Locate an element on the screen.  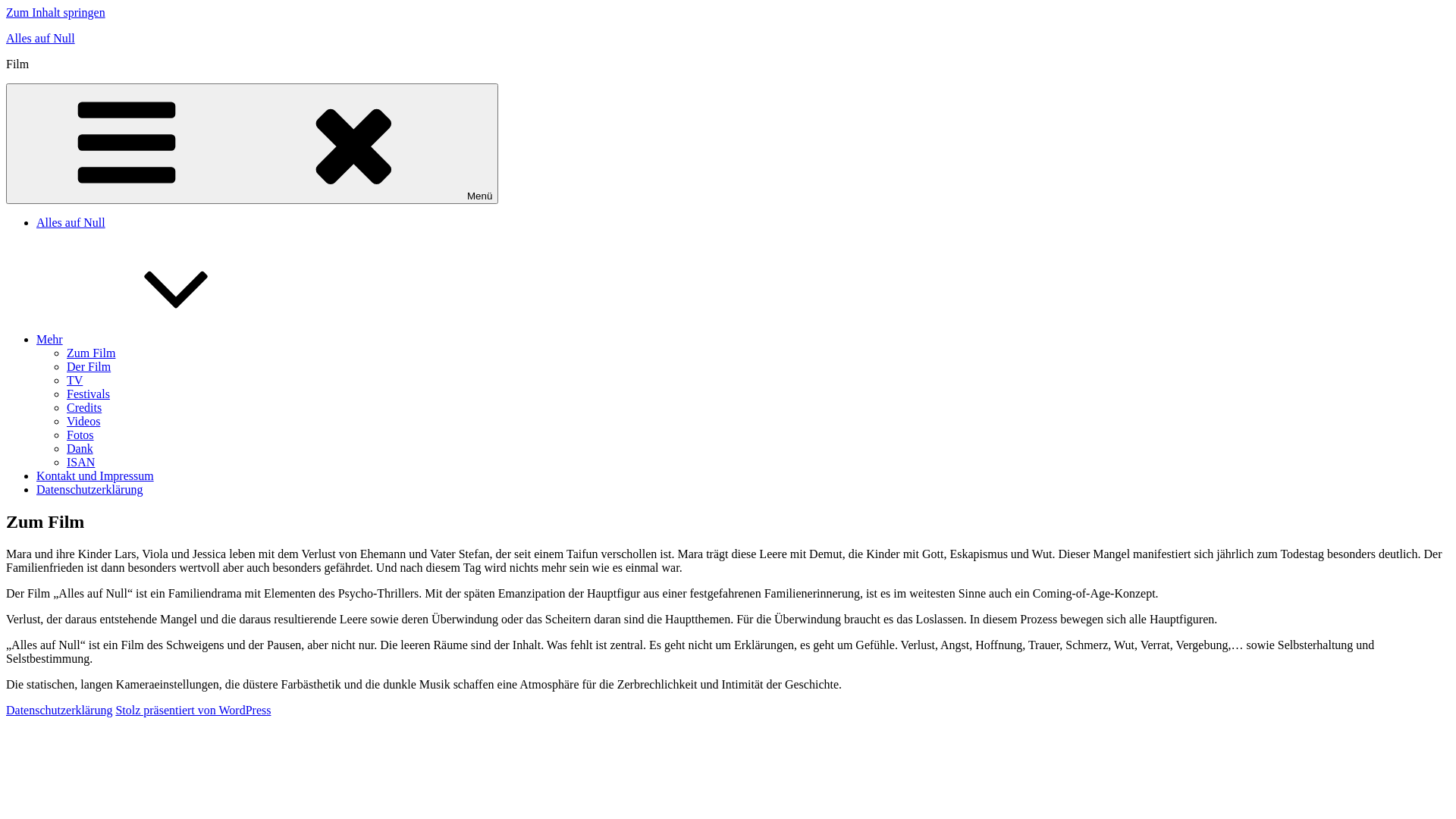
'Festivals' is located at coordinates (87, 393).